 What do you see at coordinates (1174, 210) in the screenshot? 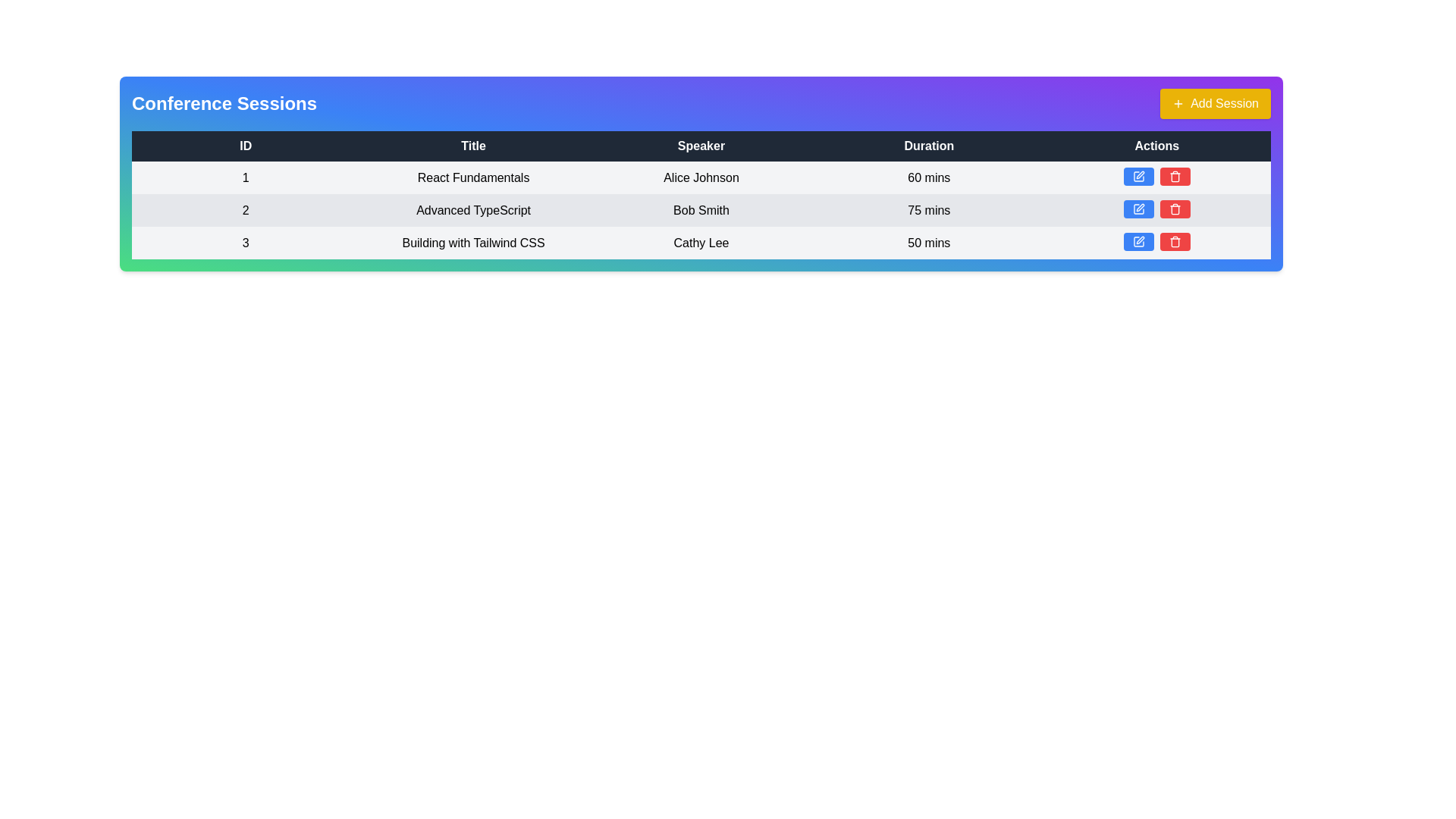
I see `the lower bin section of the trash icon within the Actions column for the 'Advanced TypeScript' session` at bounding box center [1174, 210].